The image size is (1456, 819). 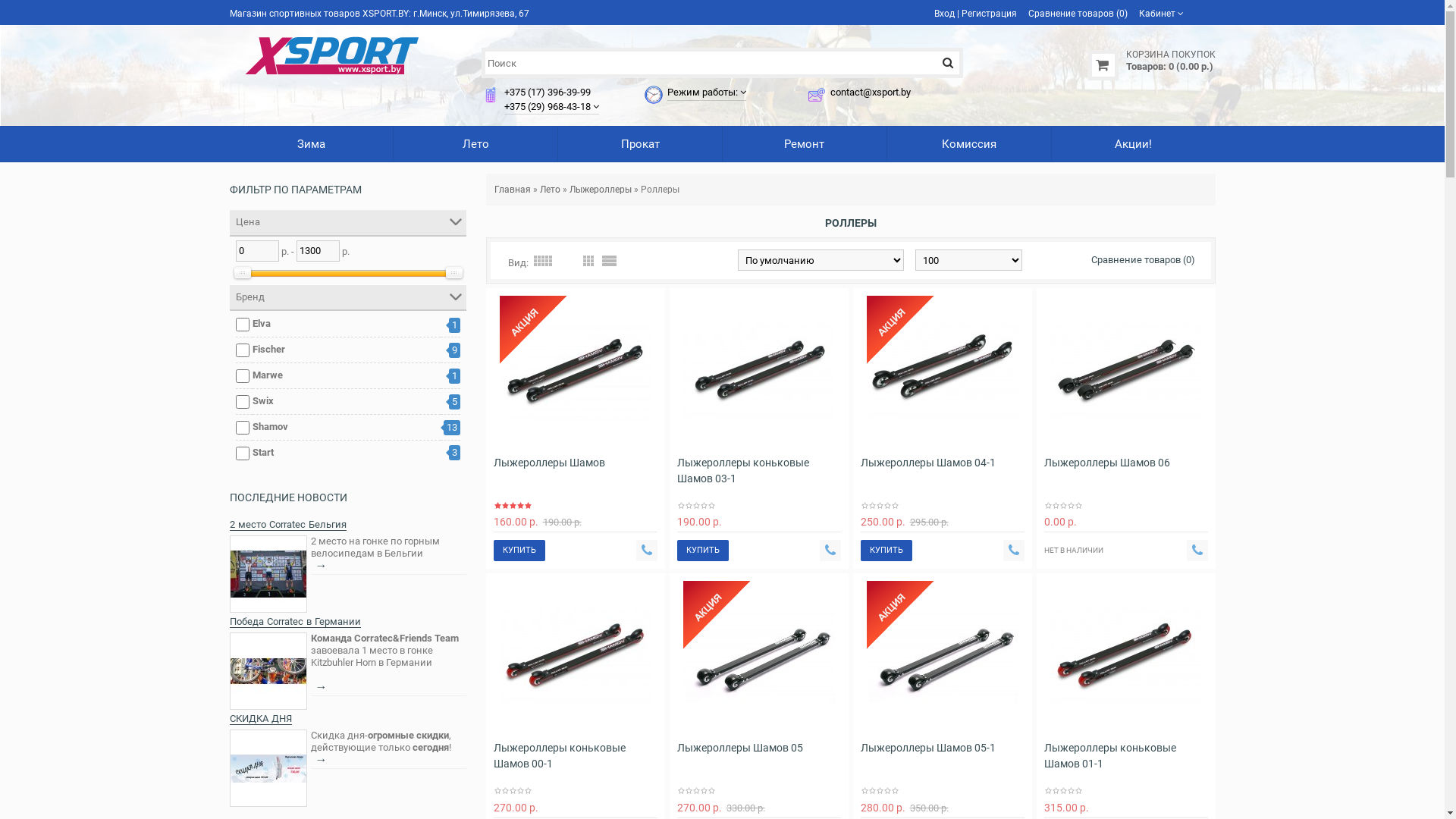 I want to click on '+375 (17) 396-39-99', so click(x=504, y=92).